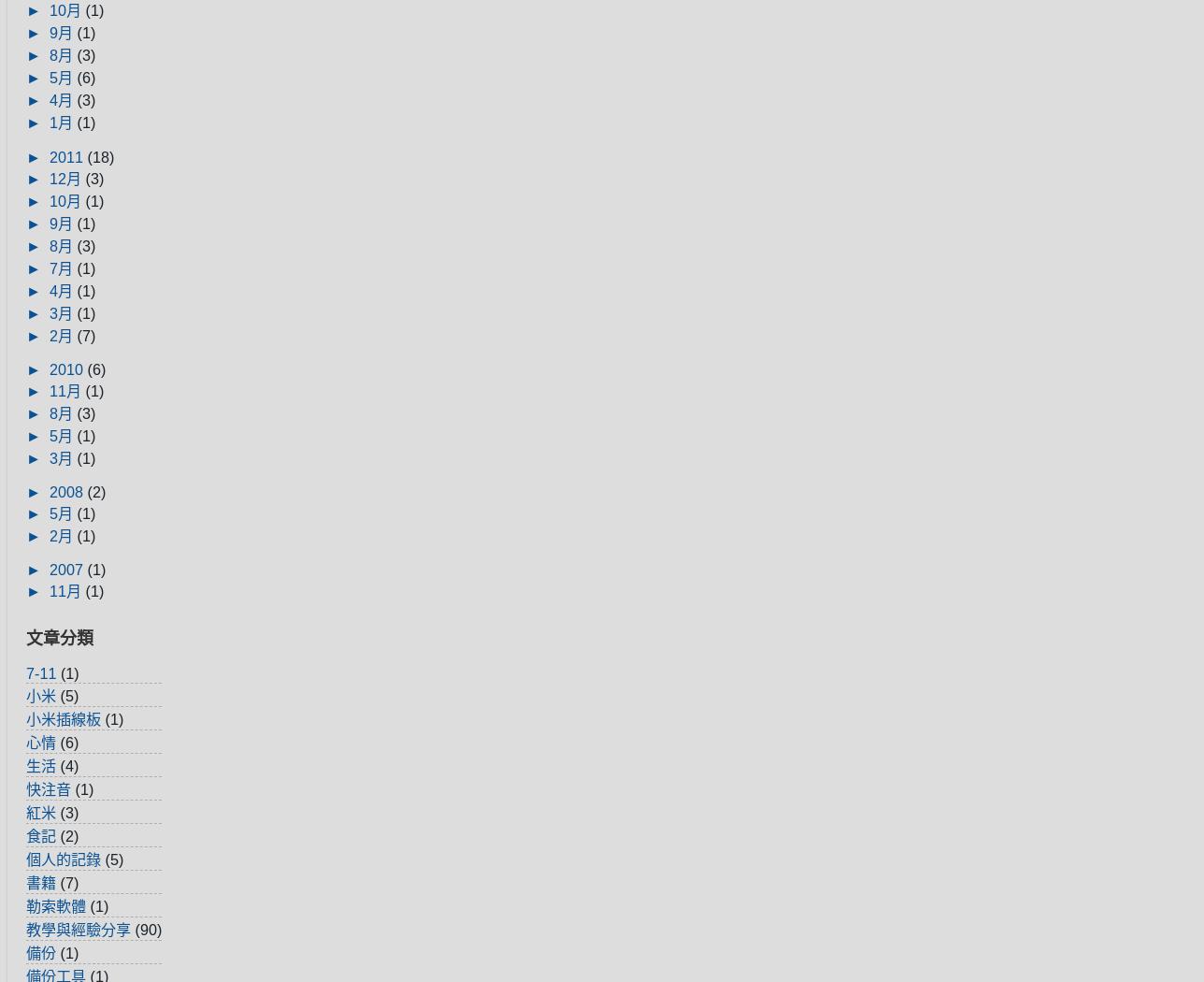 Image resolution: width=1204 pixels, height=982 pixels. I want to click on '(90)', so click(148, 928).